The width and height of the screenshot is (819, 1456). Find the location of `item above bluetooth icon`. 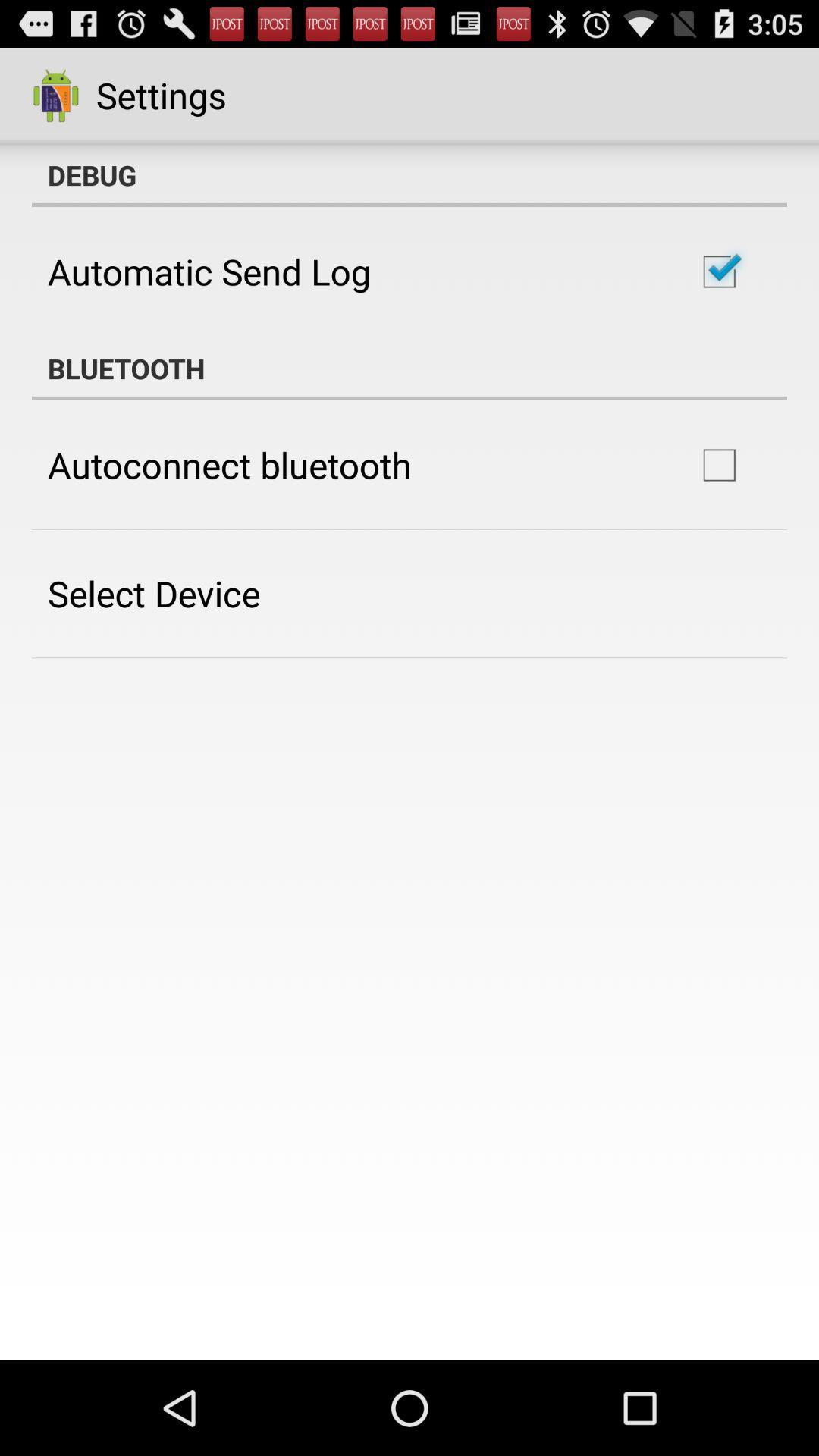

item above bluetooth icon is located at coordinates (209, 271).